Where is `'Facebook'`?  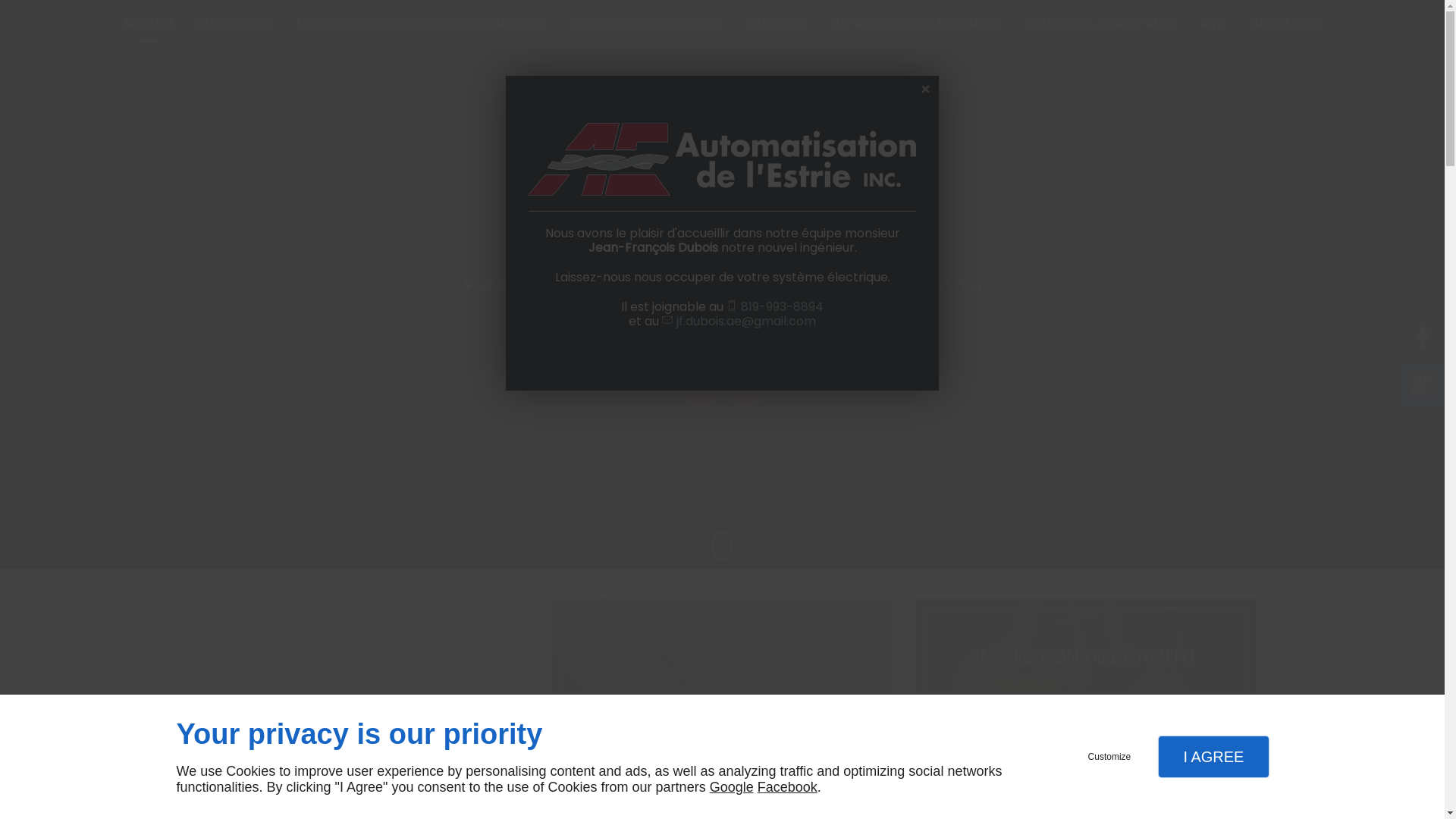
'Facebook' is located at coordinates (1422, 336).